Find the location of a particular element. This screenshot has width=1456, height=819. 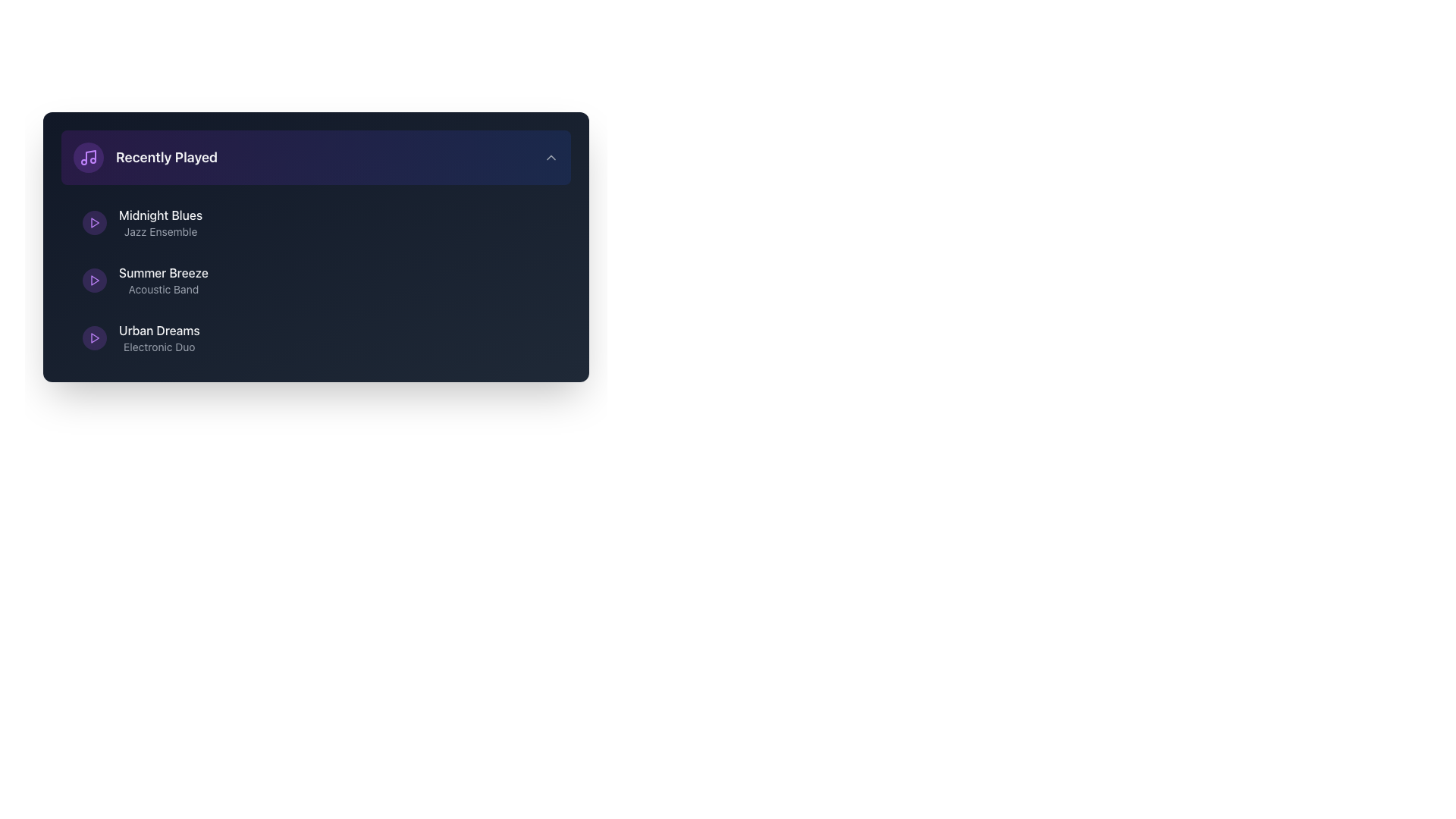

on the second track entry item in the music list, which is positioned between 'Midnight Blues' and 'Urban Dreams' is located at coordinates (322, 281).